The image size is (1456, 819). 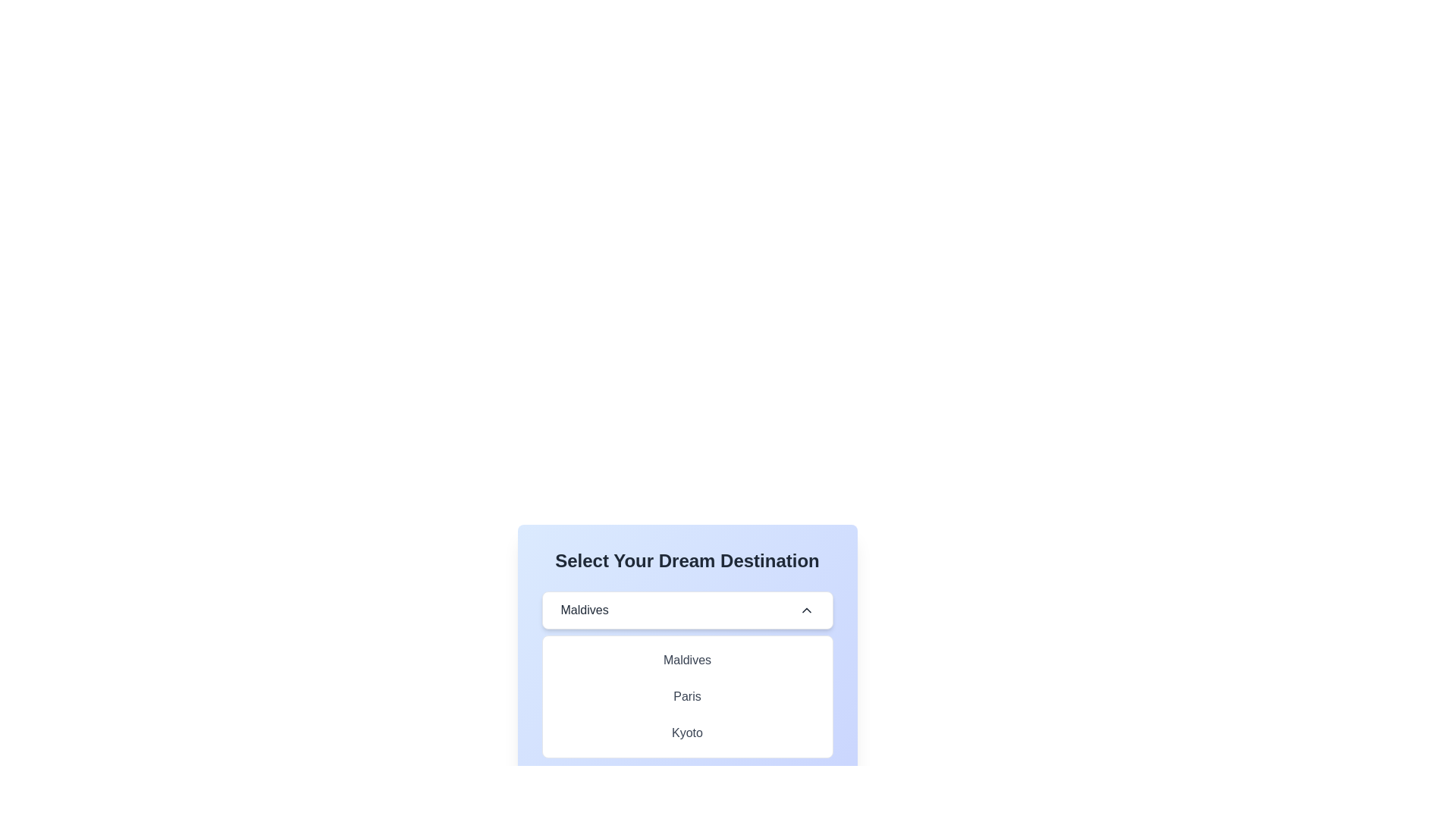 I want to click on the Dropdown menu toggle which displays the currently selected destination 'Maldives', so click(x=686, y=610).